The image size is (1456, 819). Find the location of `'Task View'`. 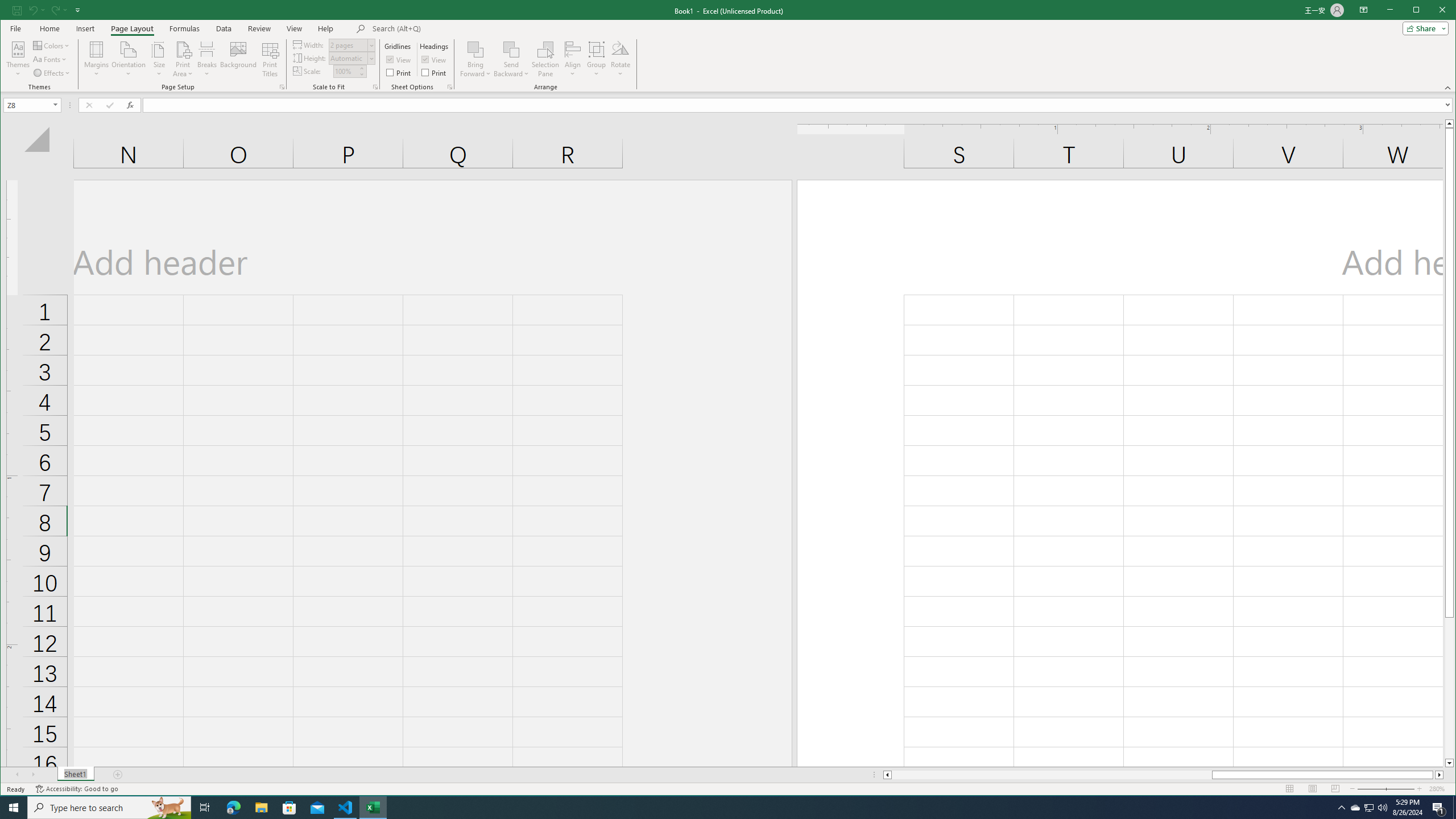

'Task View' is located at coordinates (204, 806).